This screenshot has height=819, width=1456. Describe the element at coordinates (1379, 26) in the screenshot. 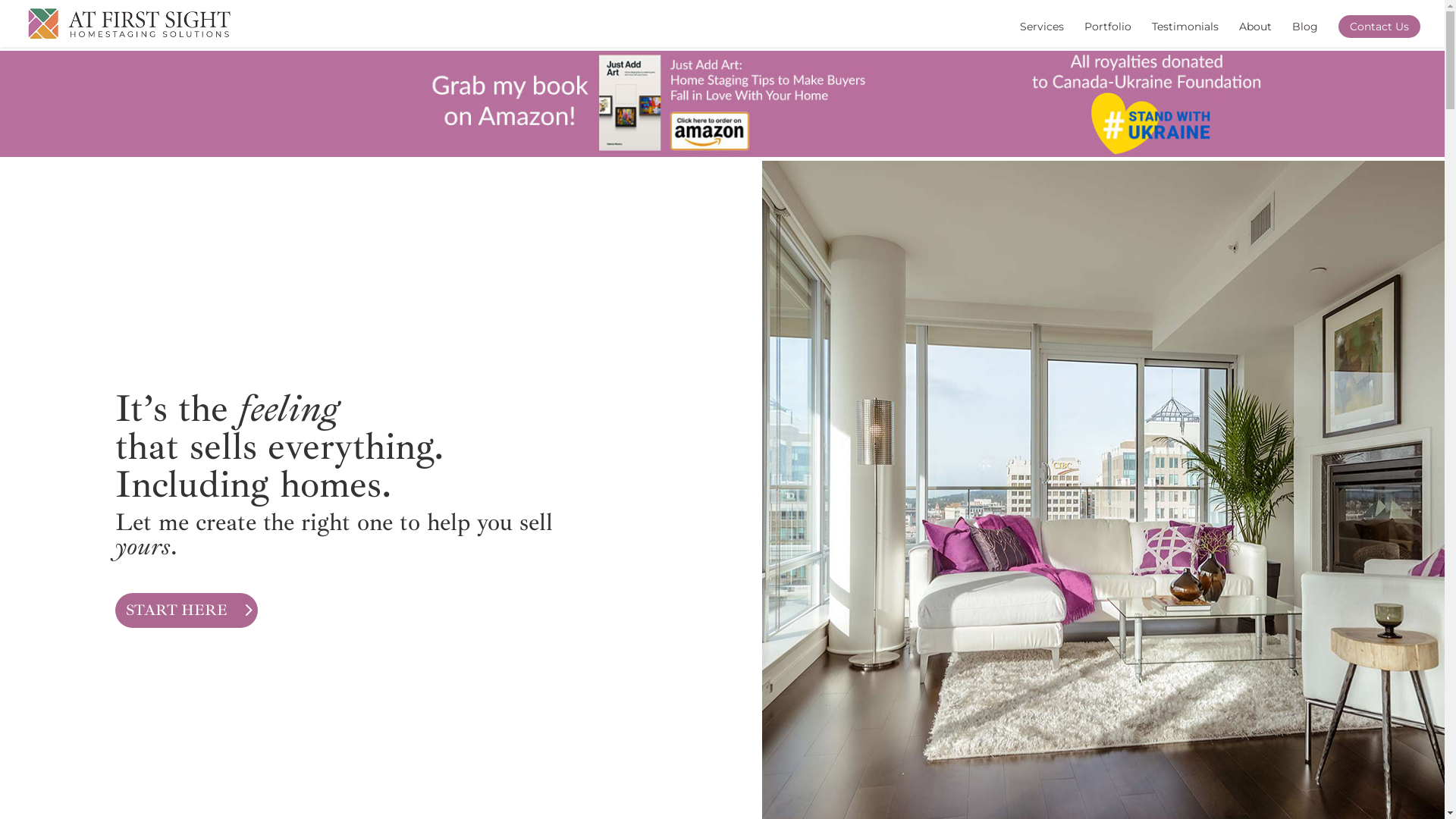

I see `'Contact Us'` at that location.